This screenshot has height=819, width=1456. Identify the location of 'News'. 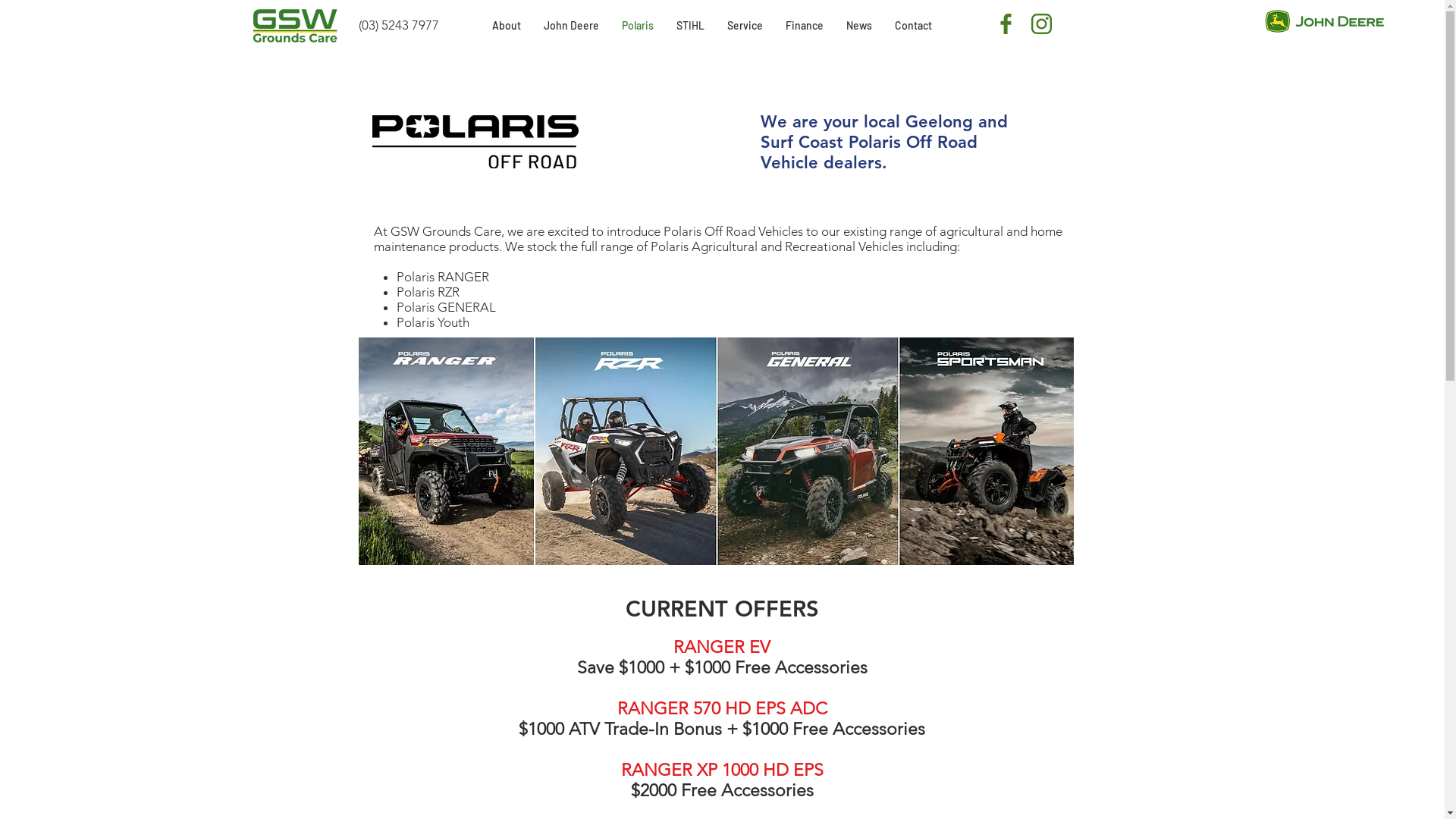
(858, 25).